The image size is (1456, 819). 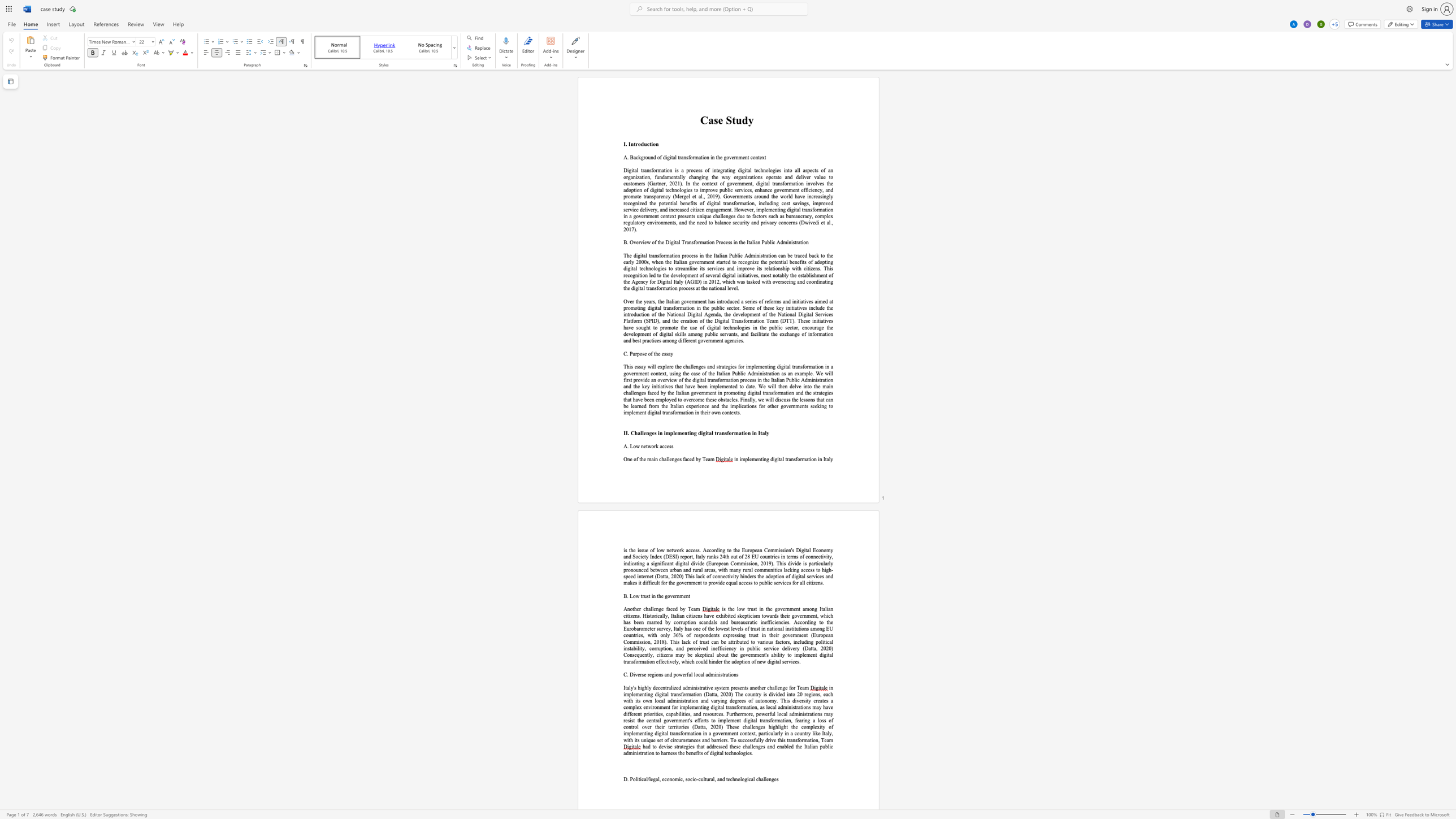 I want to click on the space between the continuous character "c" and "t" in the text, so click(x=649, y=144).